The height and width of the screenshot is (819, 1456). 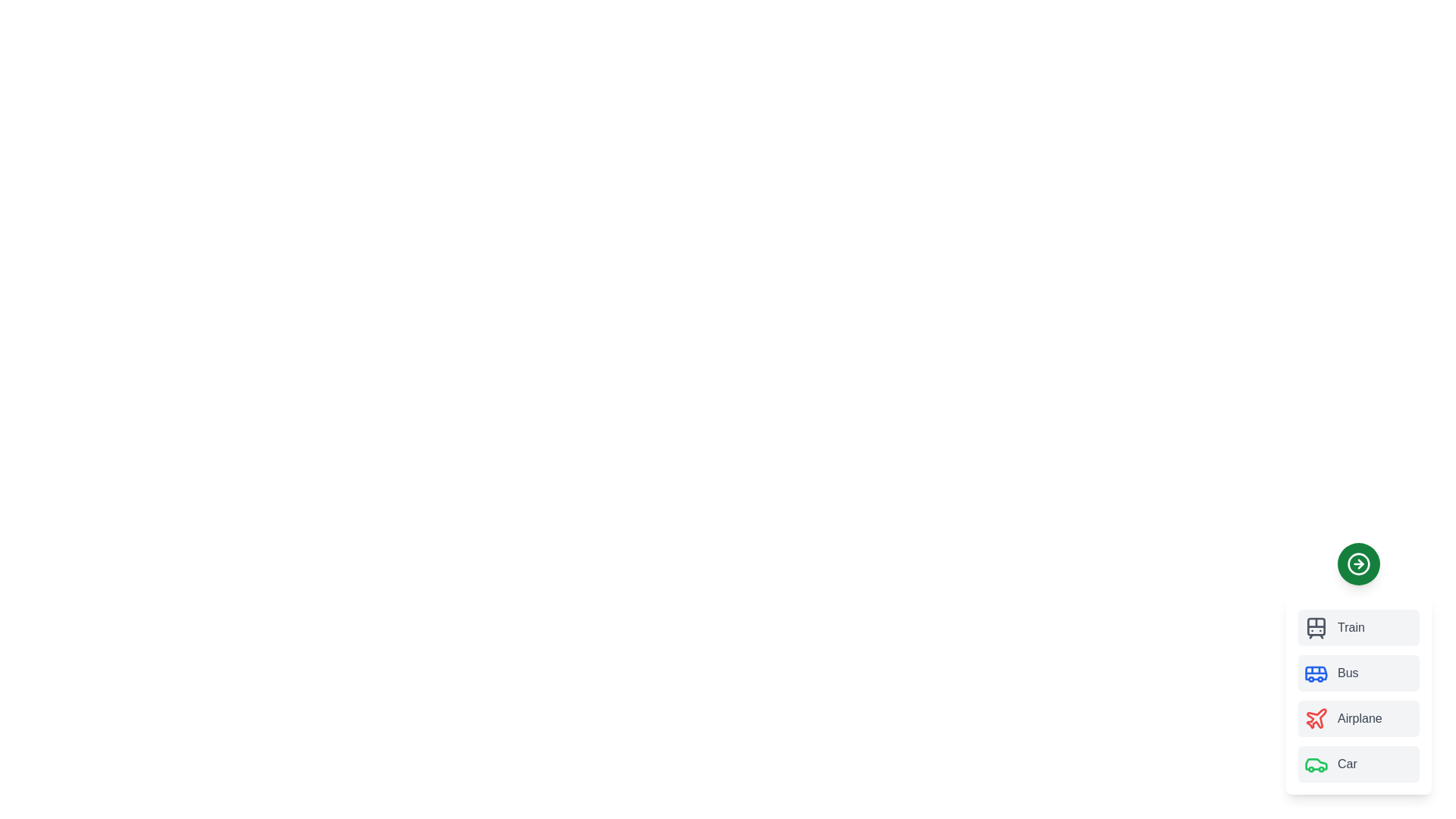 What do you see at coordinates (1358, 564) in the screenshot?
I see `the green button to toggle the menu visibility` at bounding box center [1358, 564].